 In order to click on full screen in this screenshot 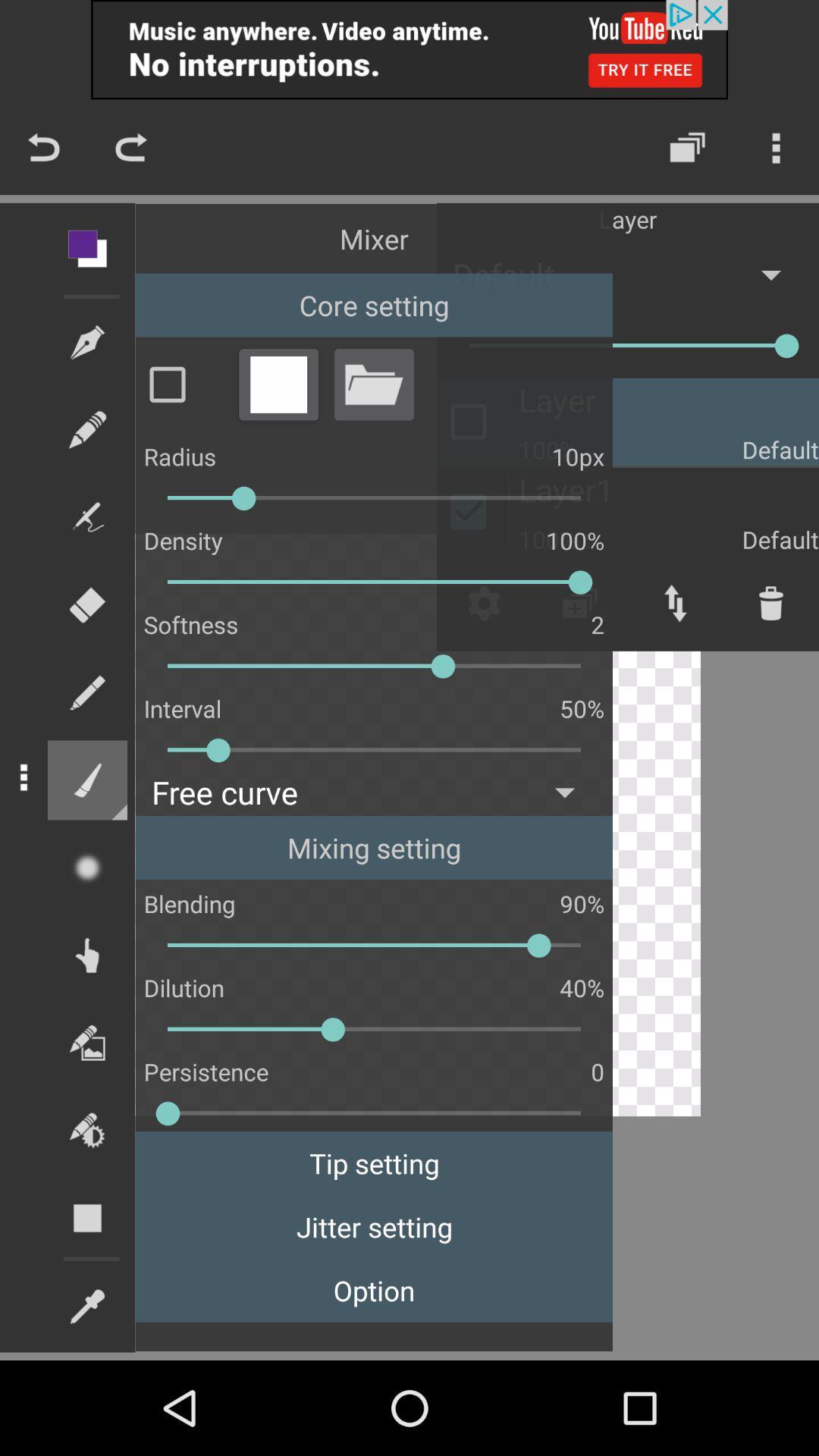, I will do `click(278, 384)`.